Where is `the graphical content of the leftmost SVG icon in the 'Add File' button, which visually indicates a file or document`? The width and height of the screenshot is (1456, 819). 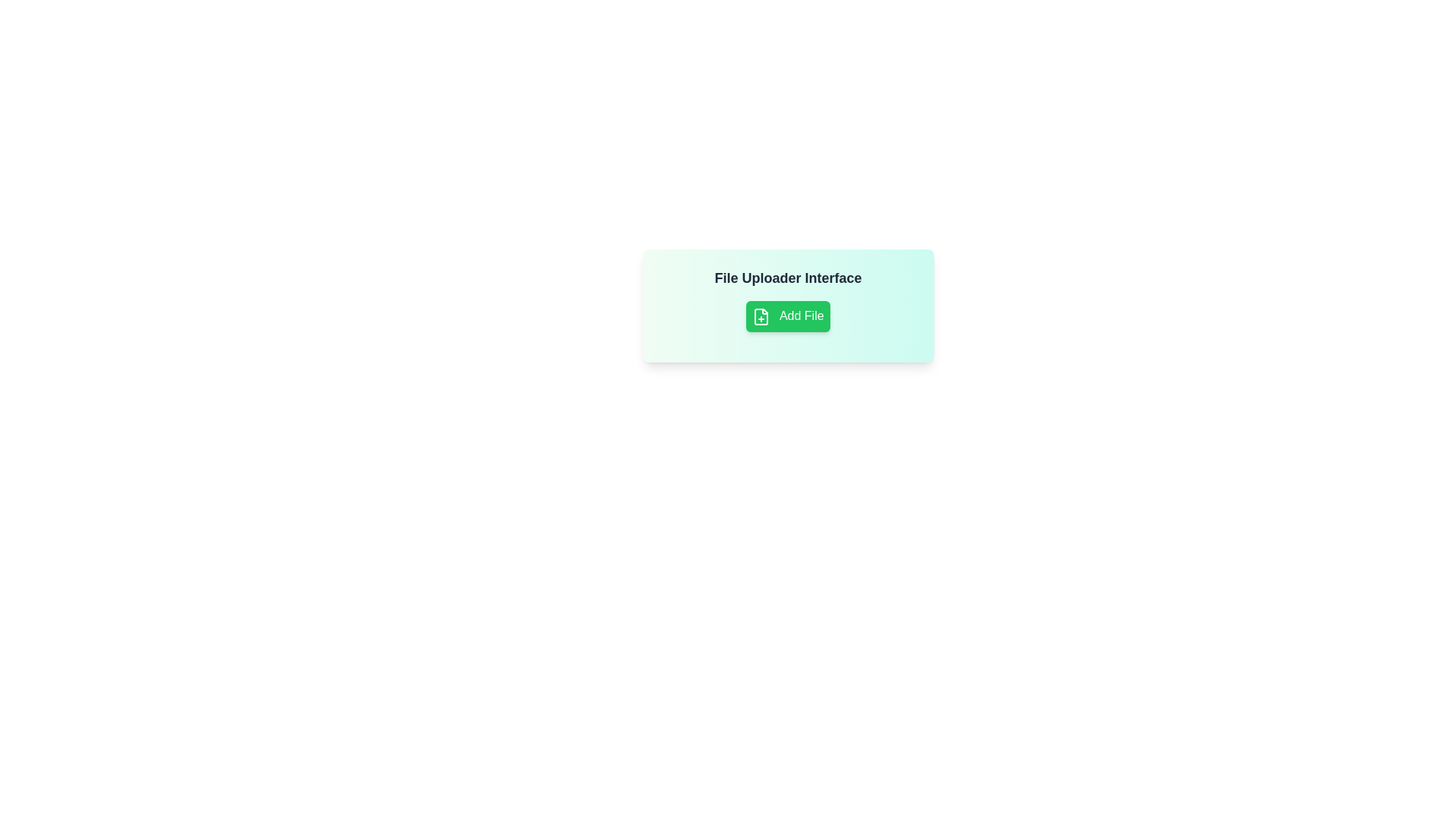 the graphical content of the leftmost SVG icon in the 'Add File' button, which visually indicates a file or document is located at coordinates (761, 315).